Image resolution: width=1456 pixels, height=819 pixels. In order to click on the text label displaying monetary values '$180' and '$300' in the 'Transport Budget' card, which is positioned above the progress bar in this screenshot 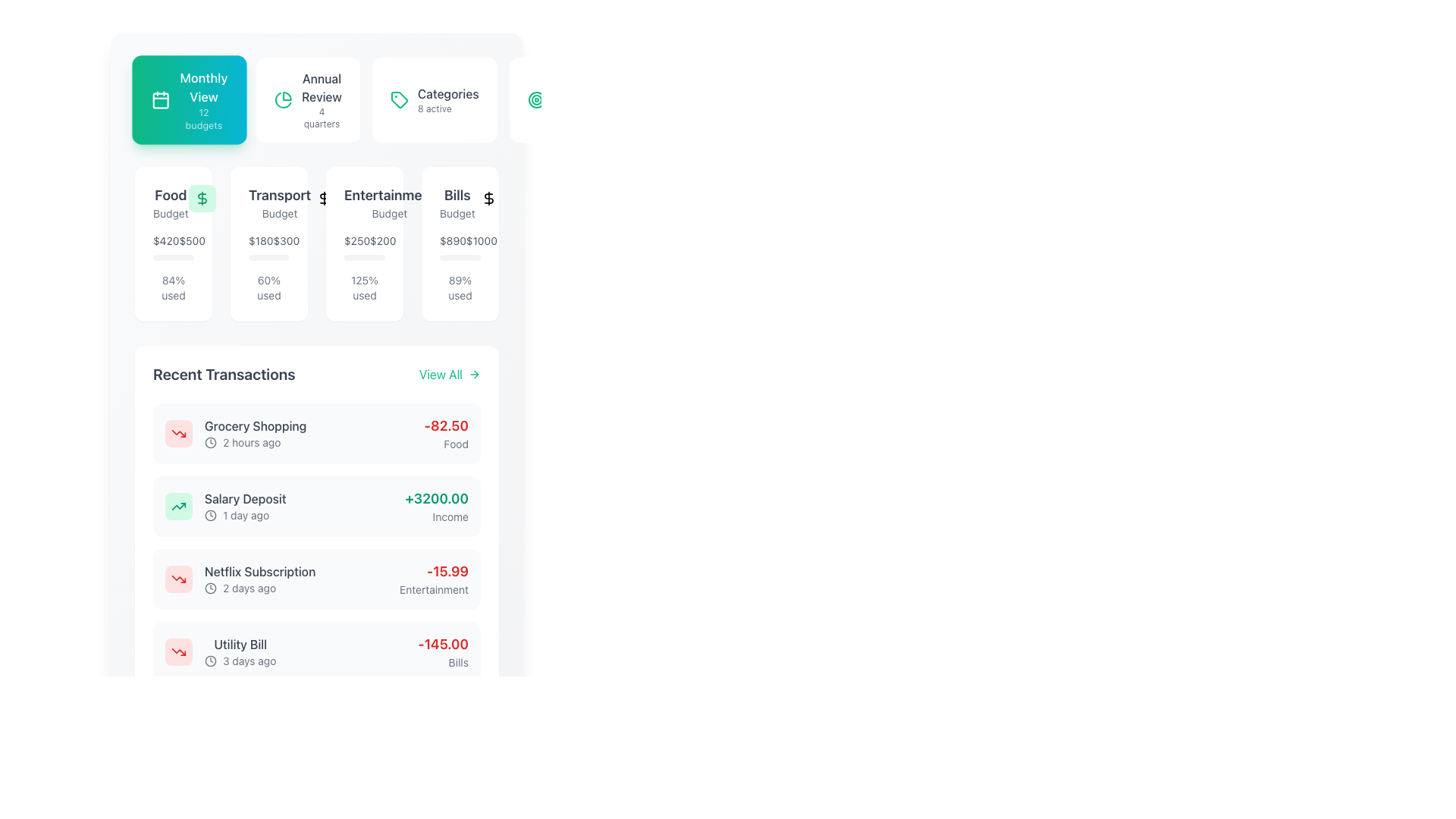, I will do `click(269, 246)`.